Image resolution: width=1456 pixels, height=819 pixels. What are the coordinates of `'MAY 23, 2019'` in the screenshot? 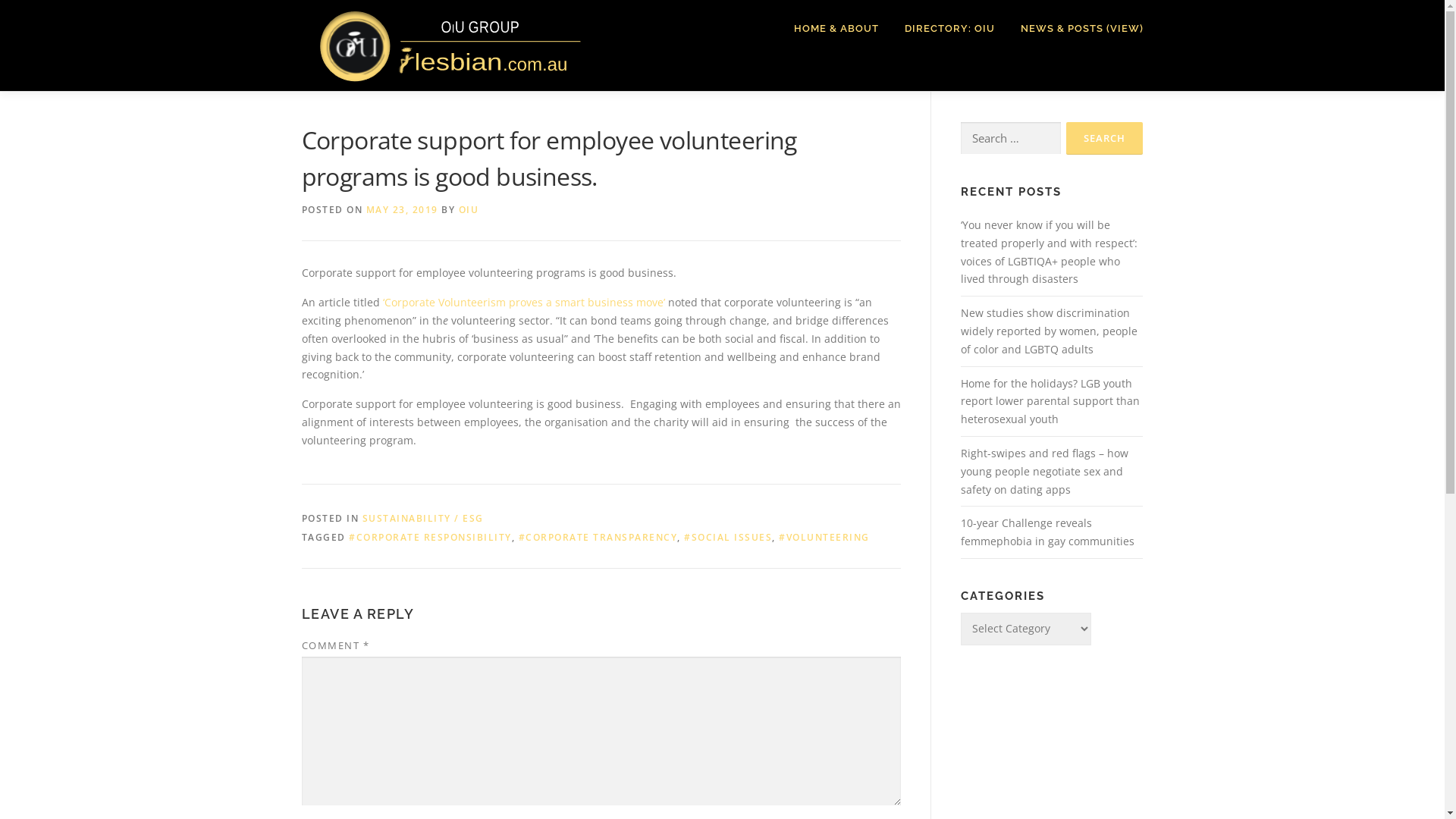 It's located at (401, 209).